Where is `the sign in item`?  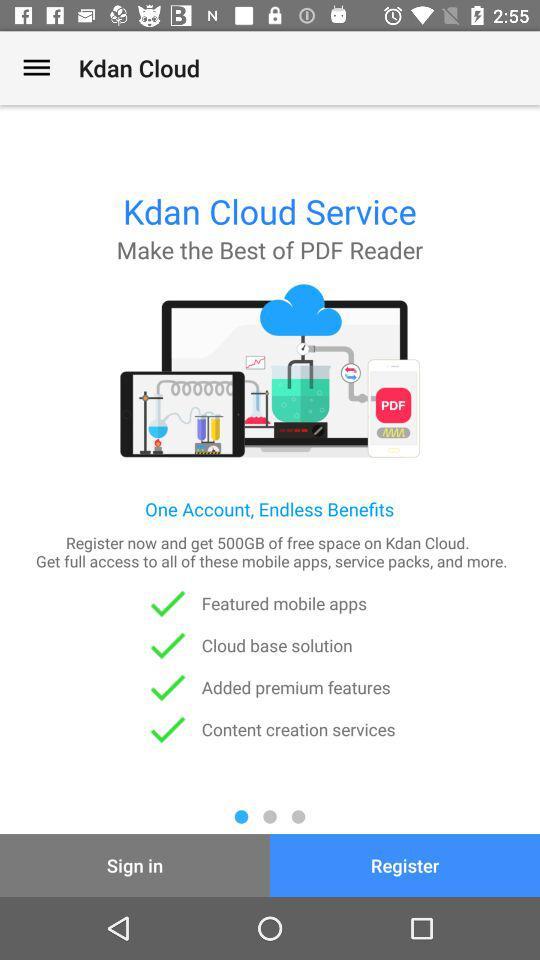
the sign in item is located at coordinates (135, 864).